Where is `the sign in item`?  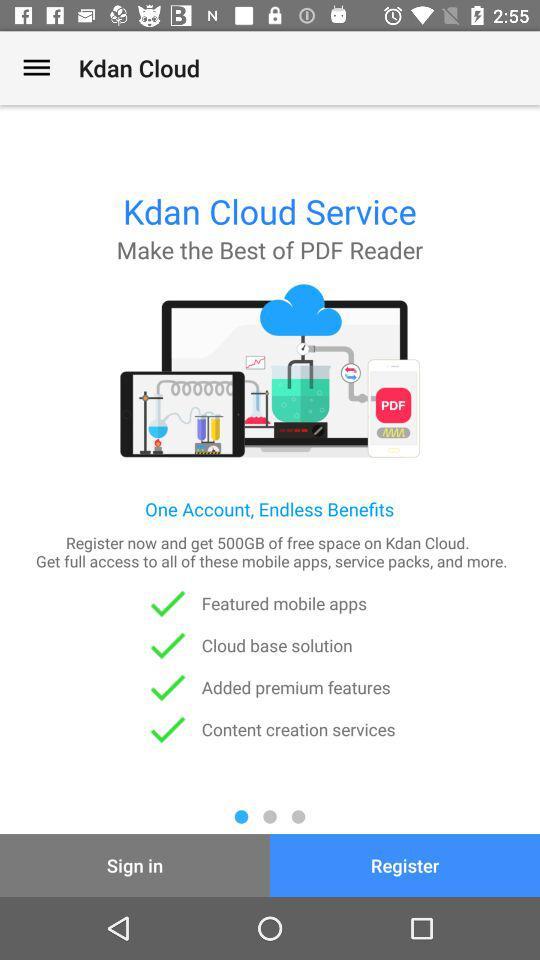
the sign in item is located at coordinates (135, 864).